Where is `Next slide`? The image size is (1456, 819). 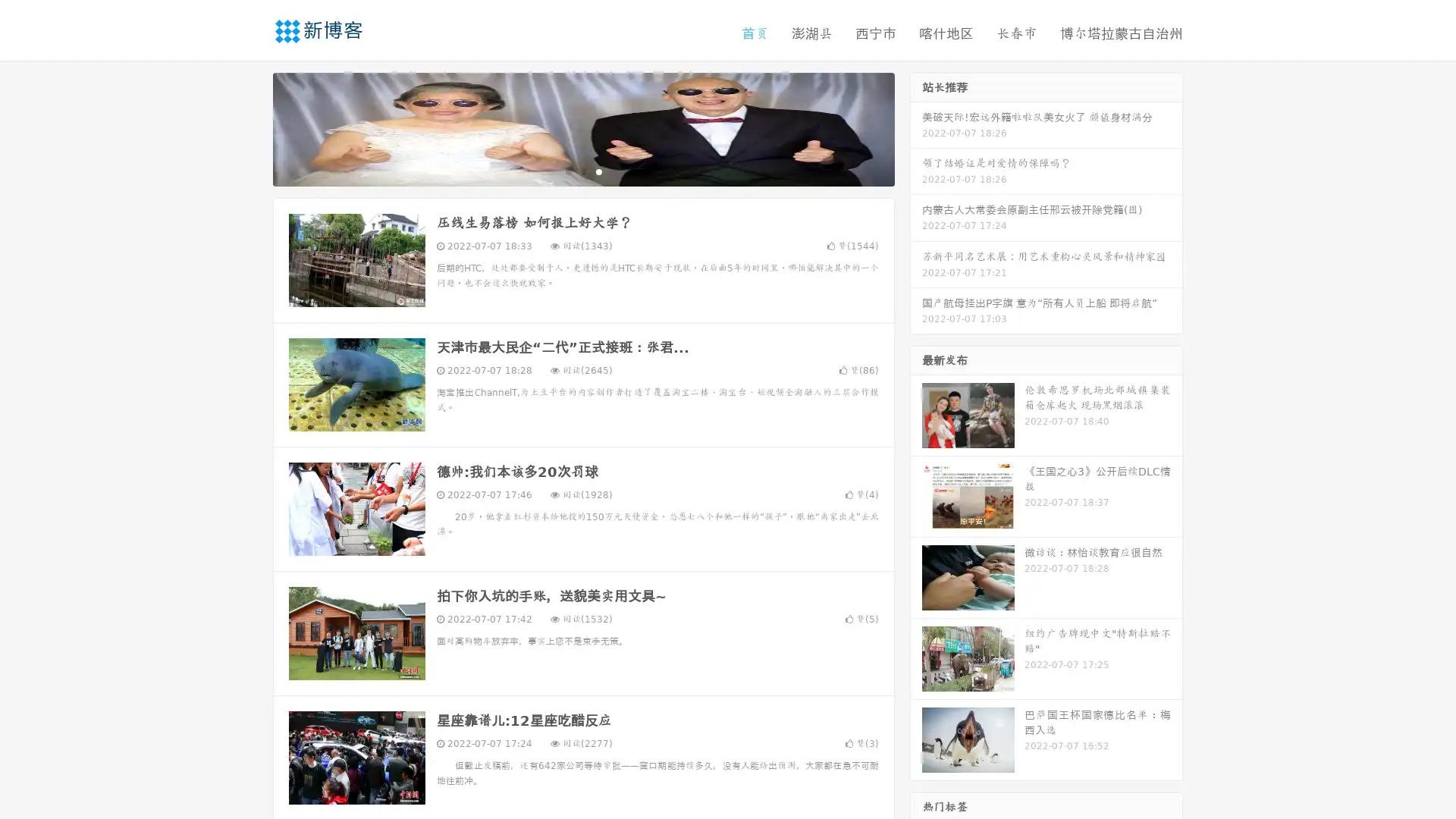 Next slide is located at coordinates (916, 127).